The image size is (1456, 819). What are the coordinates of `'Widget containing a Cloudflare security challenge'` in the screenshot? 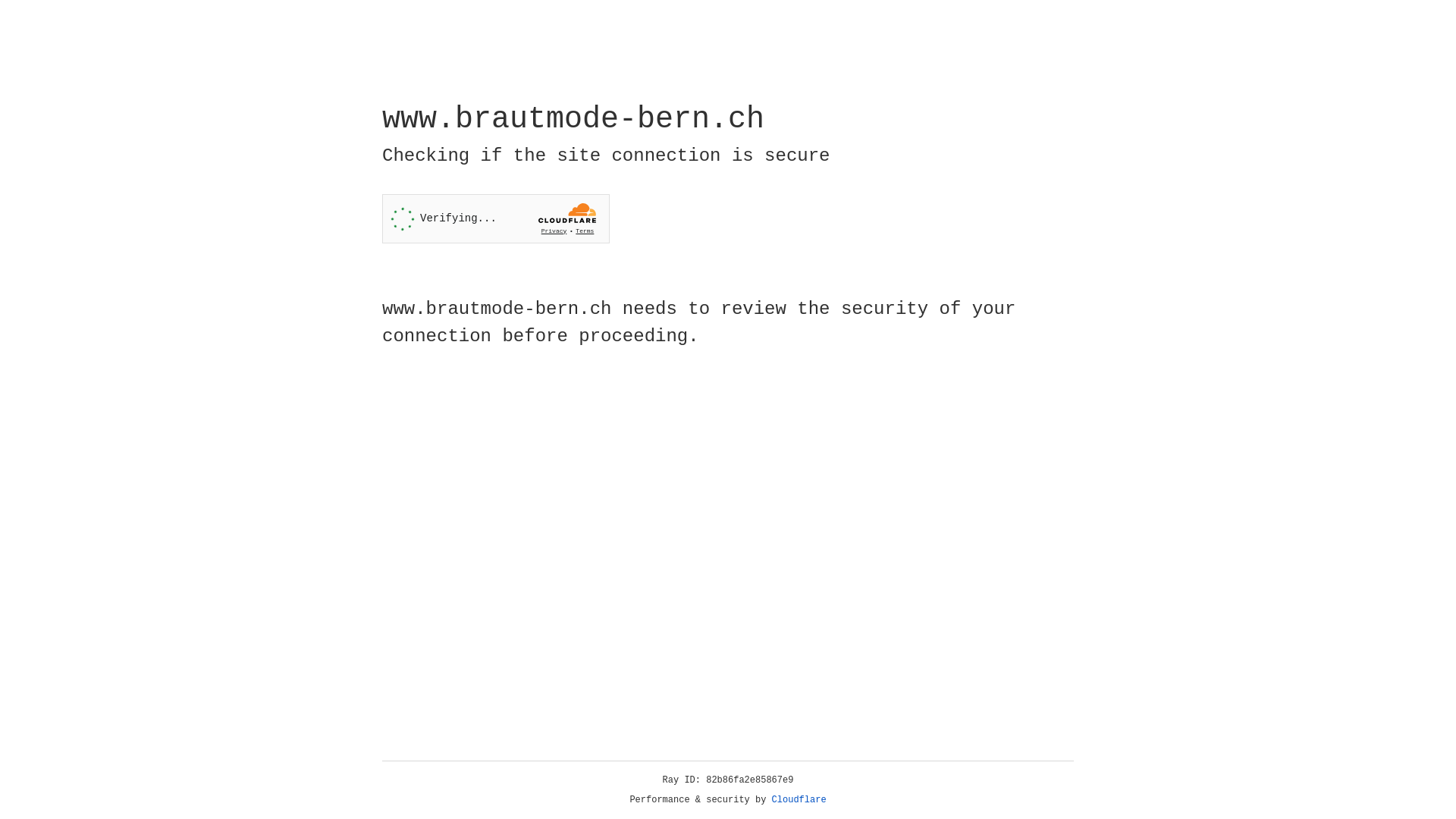 It's located at (495, 218).